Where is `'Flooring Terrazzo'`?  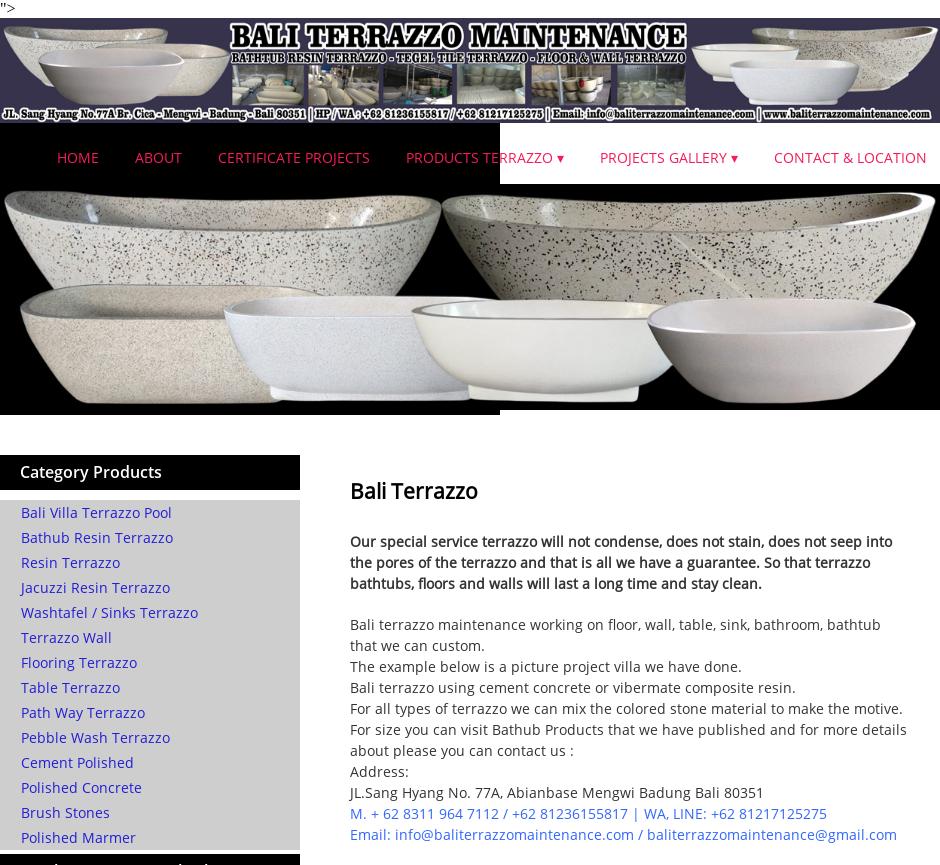
'Flooring Terrazzo' is located at coordinates (77, 662).